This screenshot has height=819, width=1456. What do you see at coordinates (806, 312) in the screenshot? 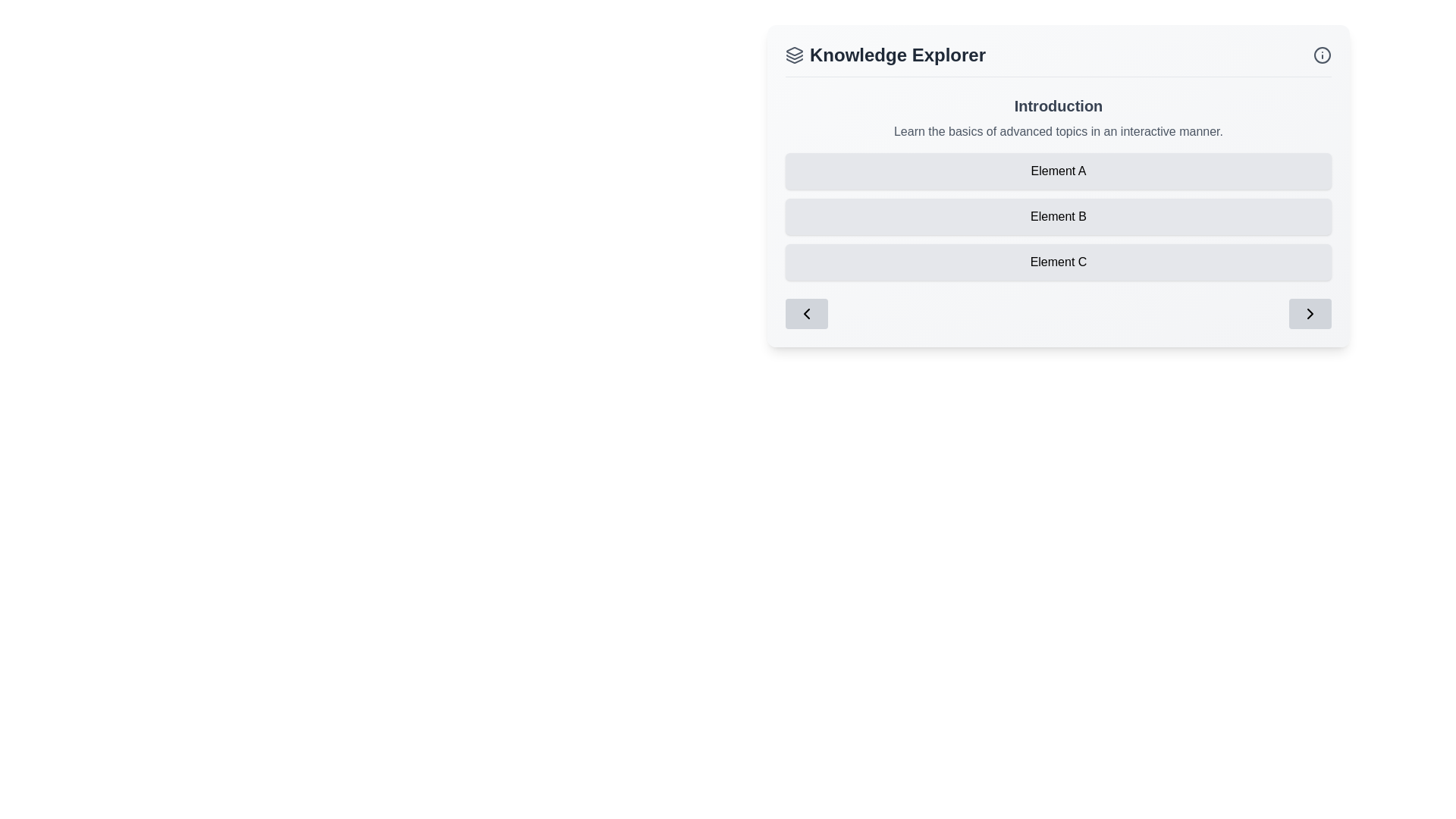
I see `the small left-pointing chevron icon with a thin black stroke located inside a rounded rectangular button at the bottom-left corner of the 'Knowledge Explorer' panel` at bounding box center [806, 312].